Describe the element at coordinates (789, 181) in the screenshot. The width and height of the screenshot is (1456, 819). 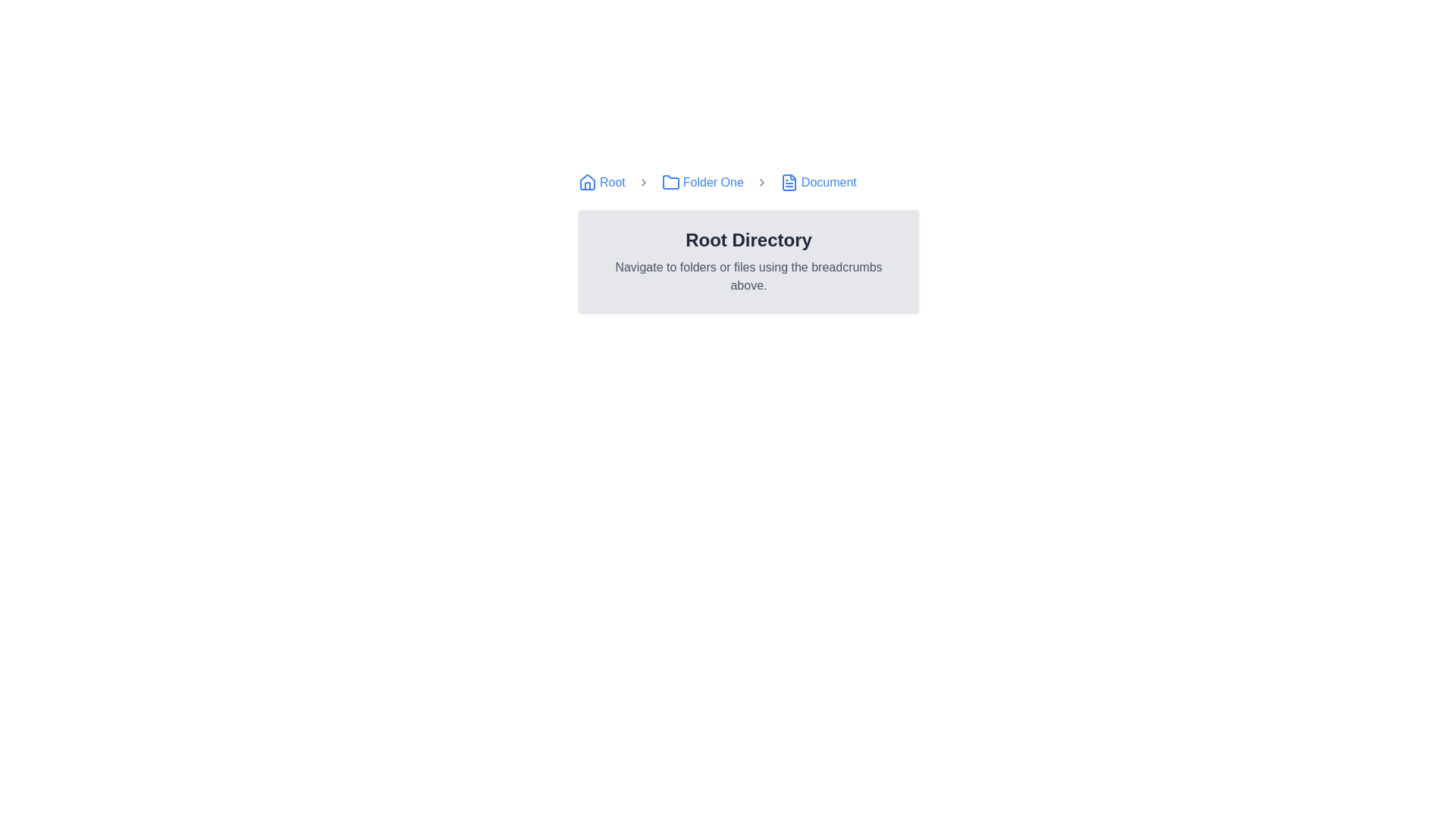
I see `the document icon located to the immediate left of the text 'Document' in the breadcrumb navigation system` at that location.